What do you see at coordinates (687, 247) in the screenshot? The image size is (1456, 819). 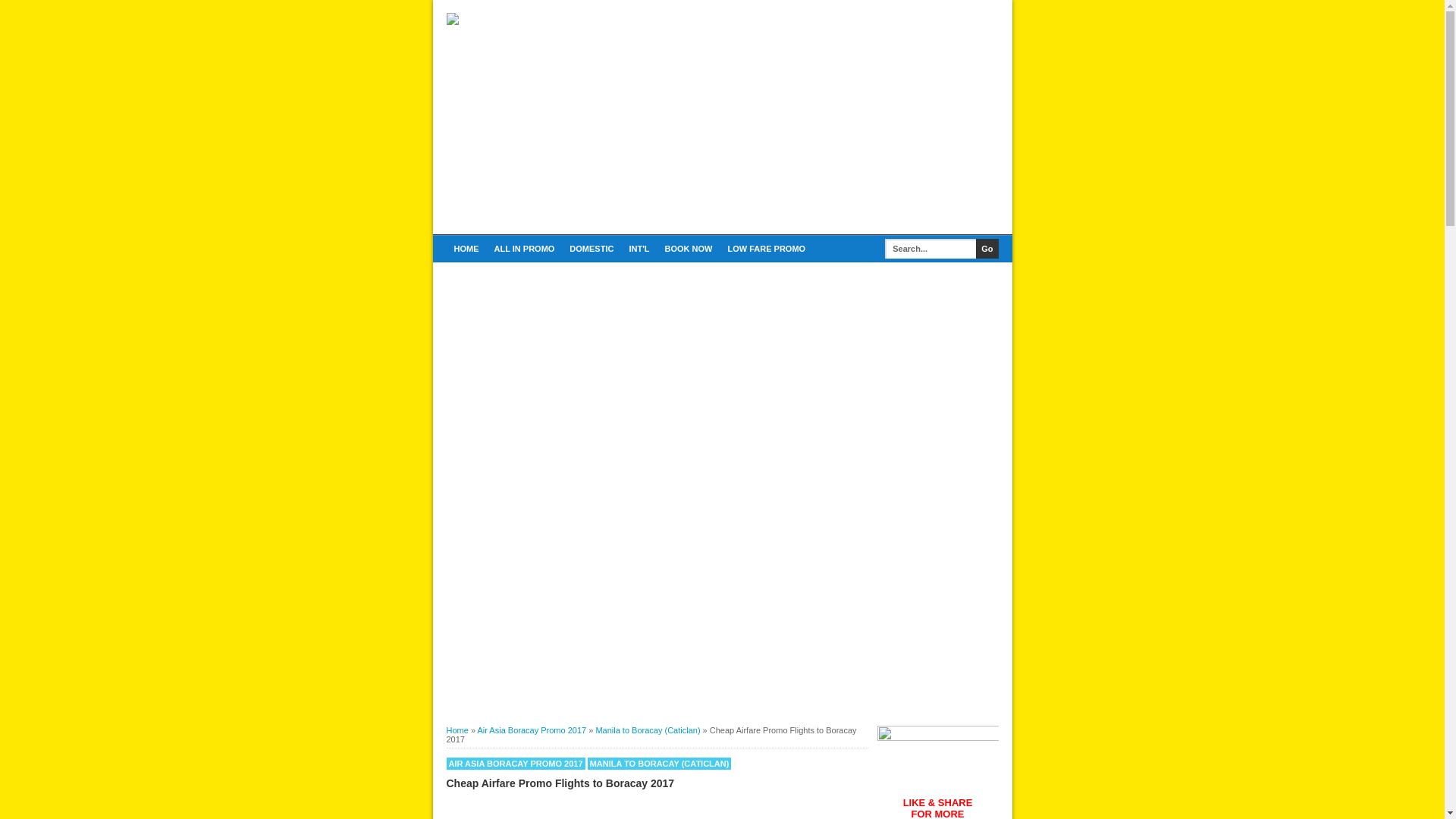 I see `'BOOK NOW'` at bounding box center [687, 247].